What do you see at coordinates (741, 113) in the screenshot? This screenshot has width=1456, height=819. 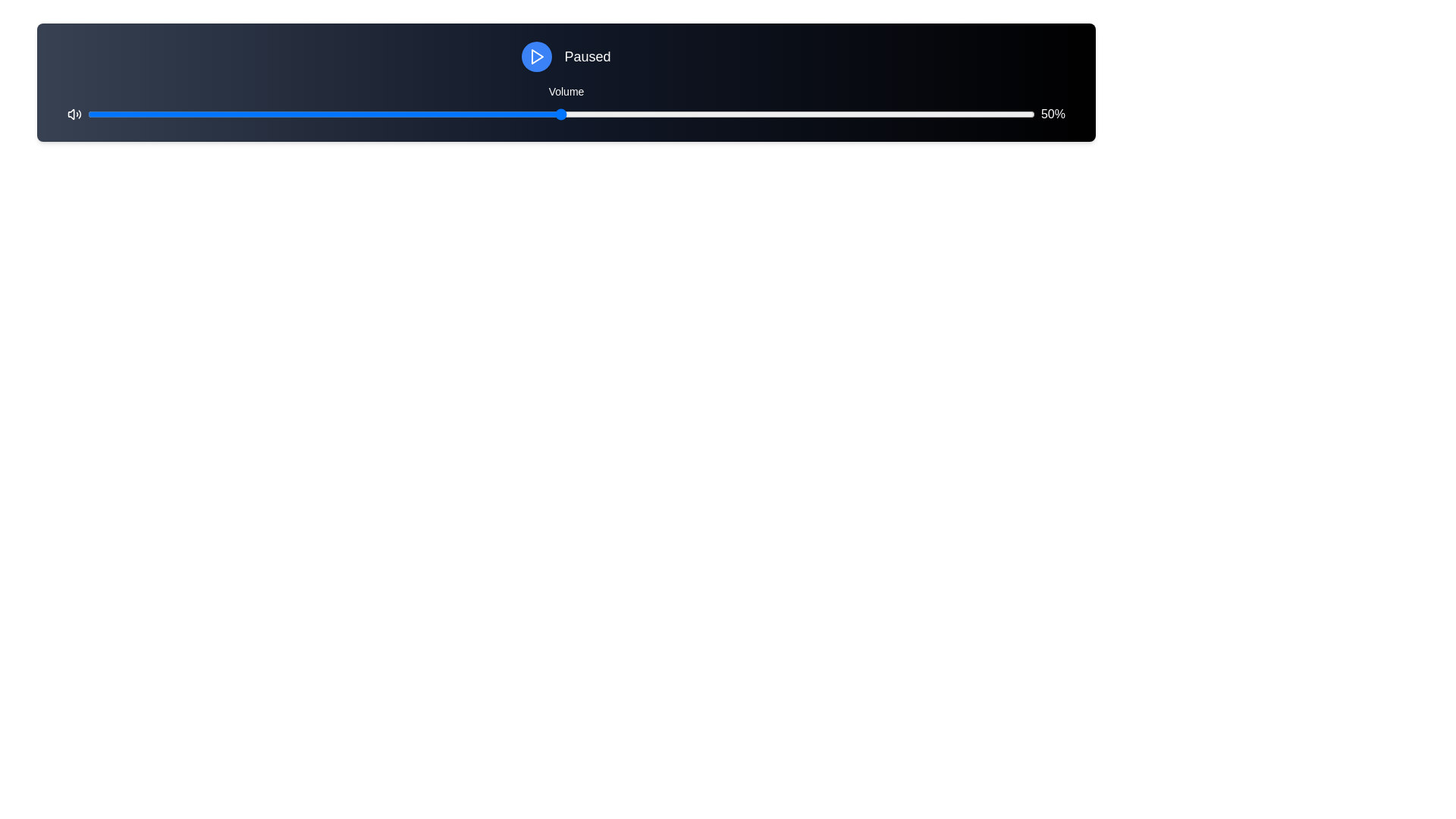 I see `the volume level` at bounding box center [741, 113].